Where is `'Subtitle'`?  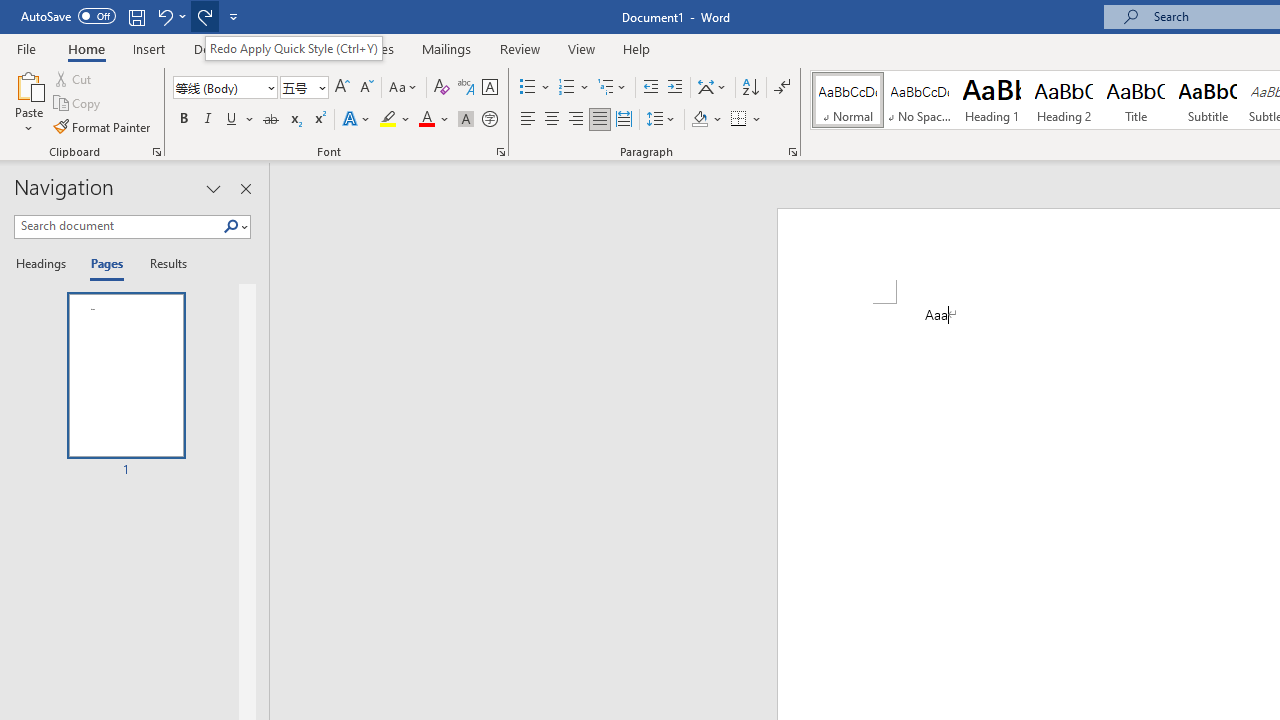 'Subtitle' is located at coordinates (1207, 100).